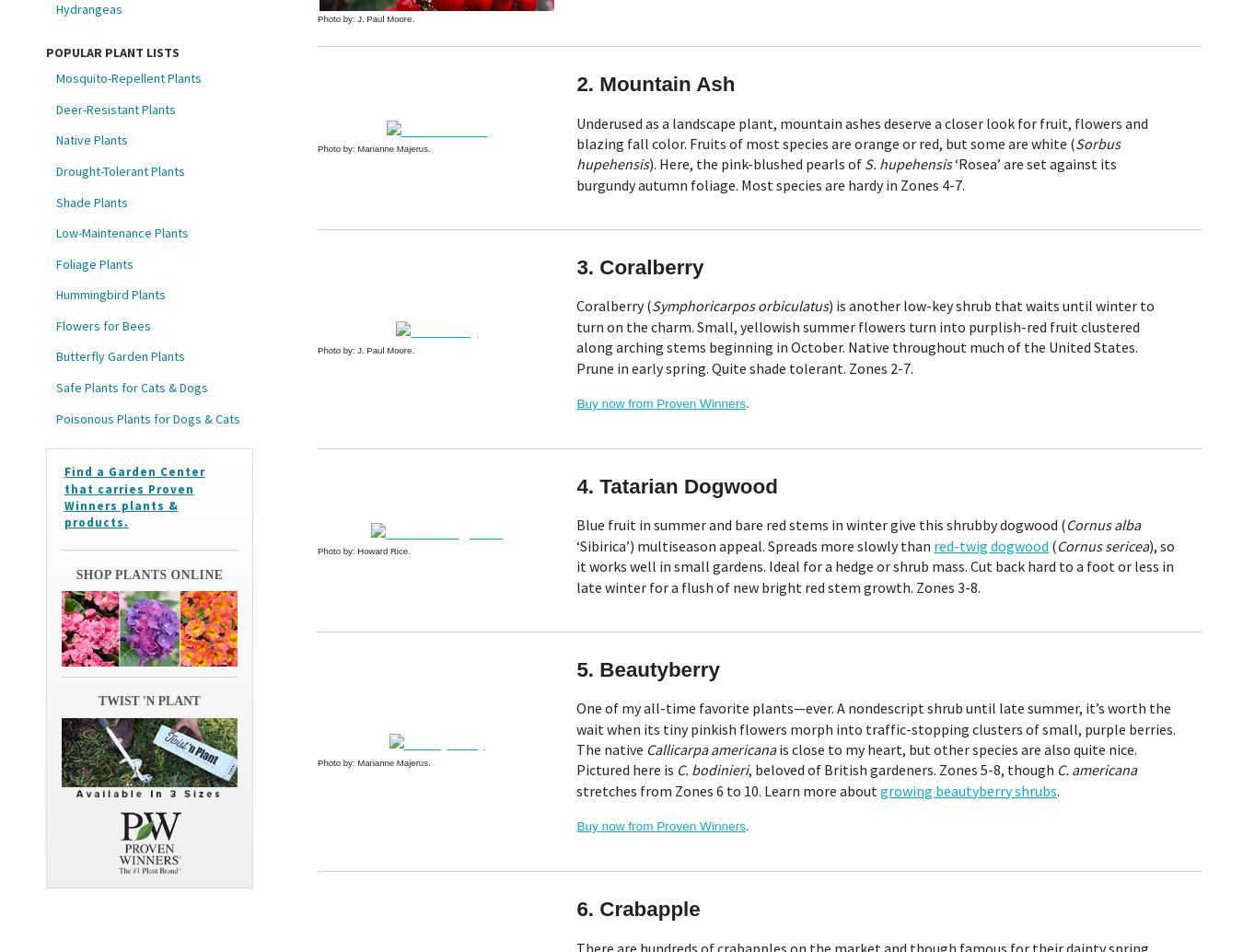  I want to click on 'Copyright 2023. All Rights Reserved. Reproduction in whole or in part without permission is prohibited.', so click(649, 848).